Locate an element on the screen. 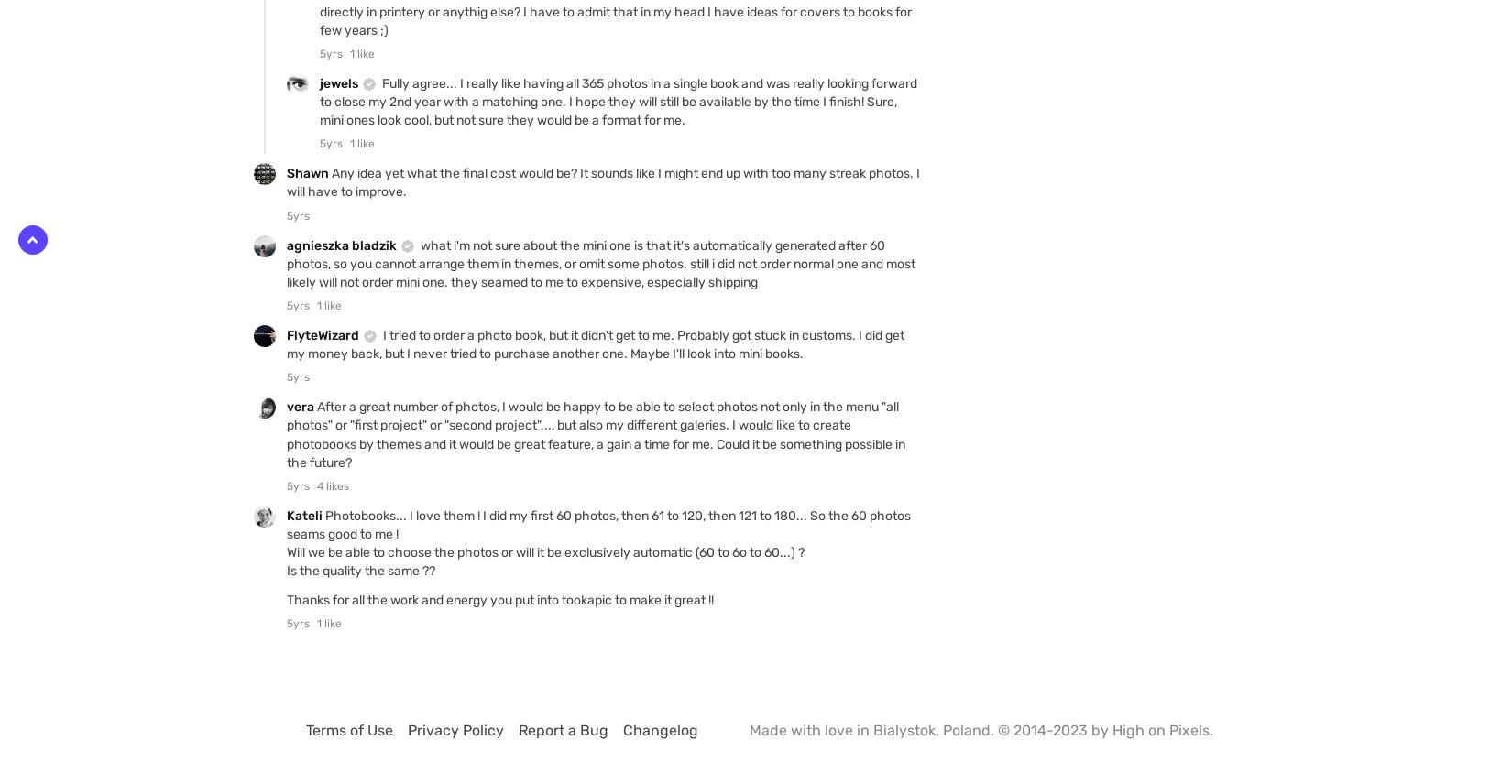 The image size is (1512, 784). 'Shawn' is located at coordinates (309, 172).